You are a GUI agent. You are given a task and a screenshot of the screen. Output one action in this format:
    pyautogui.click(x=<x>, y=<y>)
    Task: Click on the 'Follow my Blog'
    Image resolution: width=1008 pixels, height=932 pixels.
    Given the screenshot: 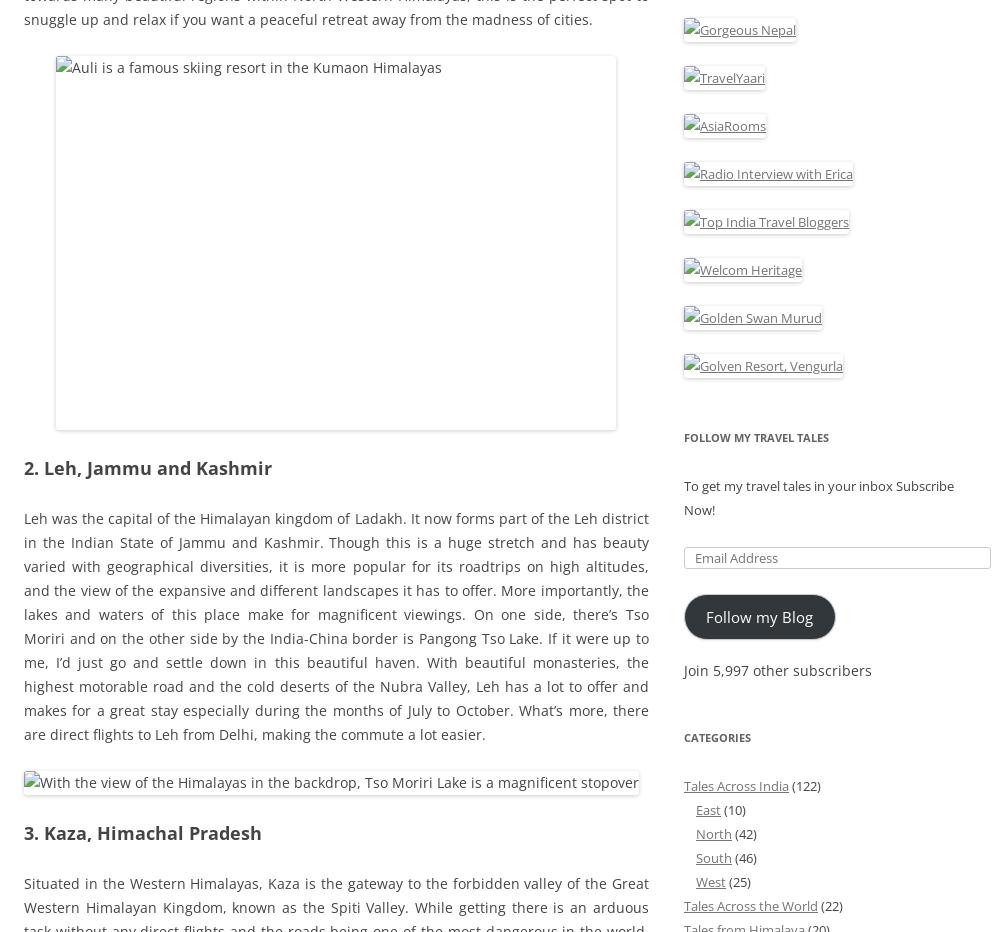 What is the action you would take?
    pyautogui.click(x=759, y=615)
    